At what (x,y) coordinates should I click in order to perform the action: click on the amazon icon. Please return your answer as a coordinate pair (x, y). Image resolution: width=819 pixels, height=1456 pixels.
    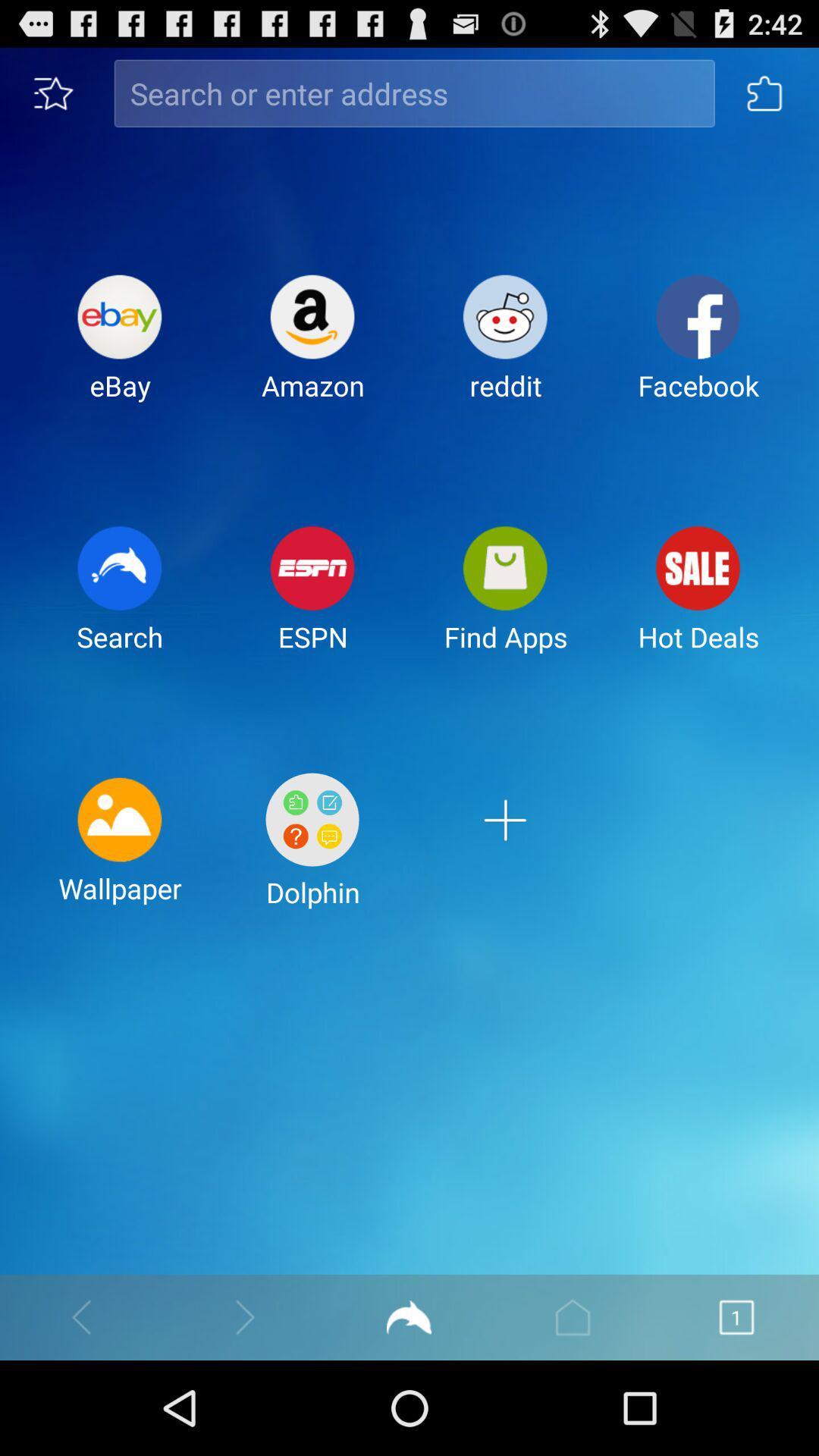
    Looking at the image, I should click on (312, 349).